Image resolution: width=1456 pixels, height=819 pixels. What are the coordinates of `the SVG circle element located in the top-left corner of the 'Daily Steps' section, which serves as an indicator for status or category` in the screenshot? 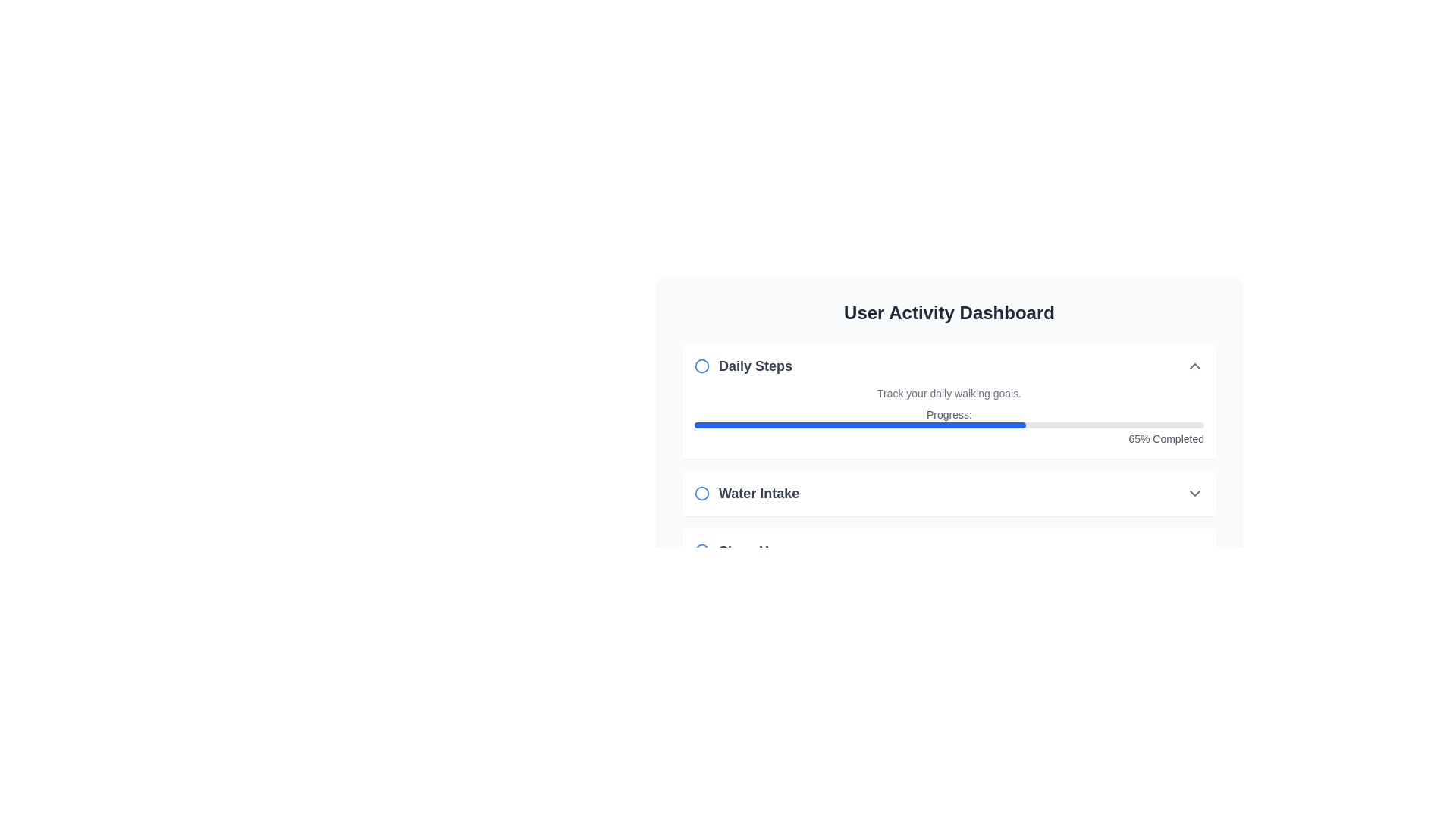 It's located at (701, 366).